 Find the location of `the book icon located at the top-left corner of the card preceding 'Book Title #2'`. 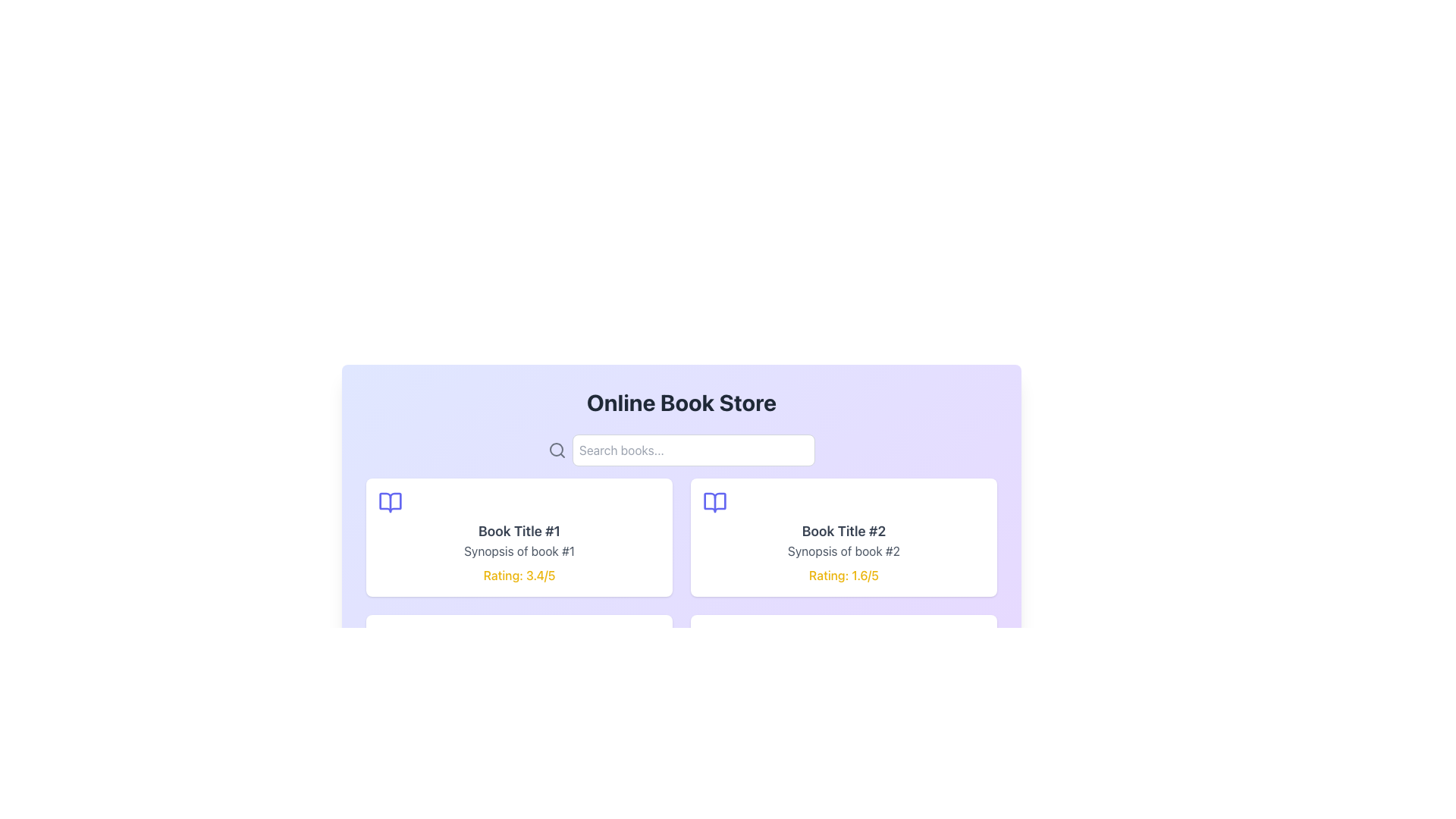

the book icon located at the top-left corner of the card preceding 'Book Title #2' is located at coordinates (714, 503).